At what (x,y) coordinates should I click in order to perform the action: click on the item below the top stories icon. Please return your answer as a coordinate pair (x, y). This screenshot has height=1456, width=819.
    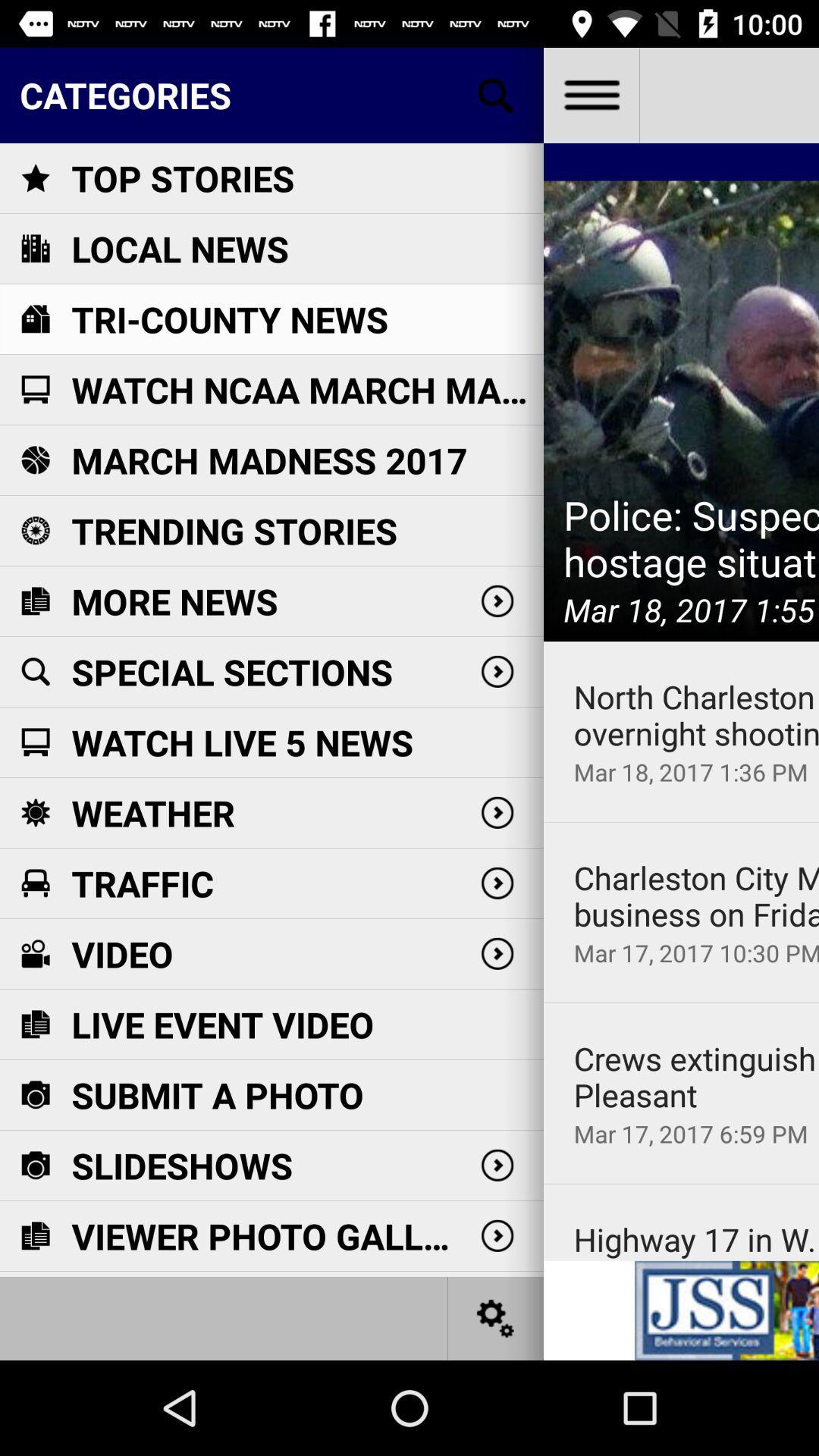
    Looking at the image, I should click on (179, 249).